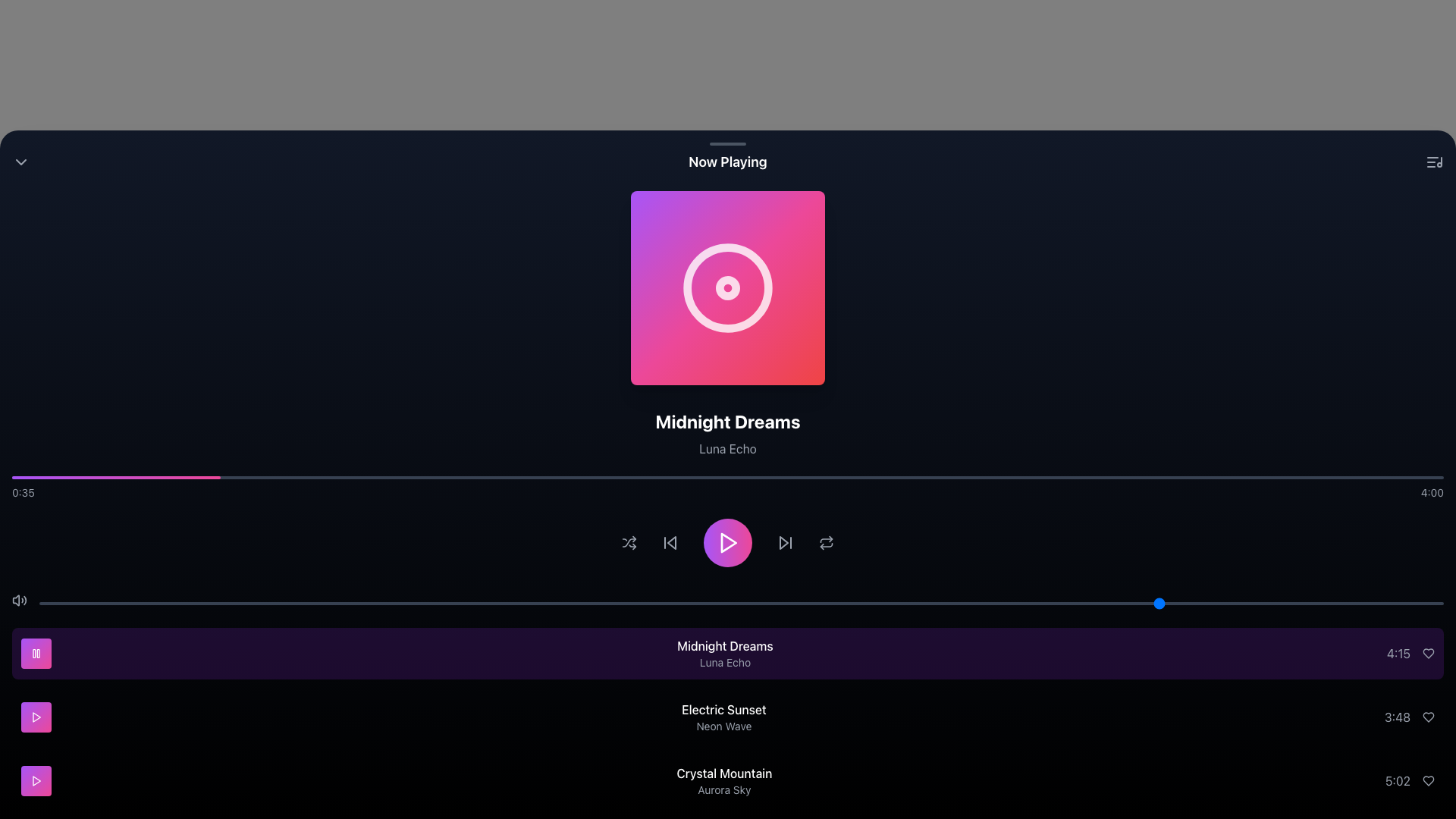  I want to click on the pink triangle button located in the third position of the vertical stack of buttons on the lower left corner of the interface, so click(36, 780).